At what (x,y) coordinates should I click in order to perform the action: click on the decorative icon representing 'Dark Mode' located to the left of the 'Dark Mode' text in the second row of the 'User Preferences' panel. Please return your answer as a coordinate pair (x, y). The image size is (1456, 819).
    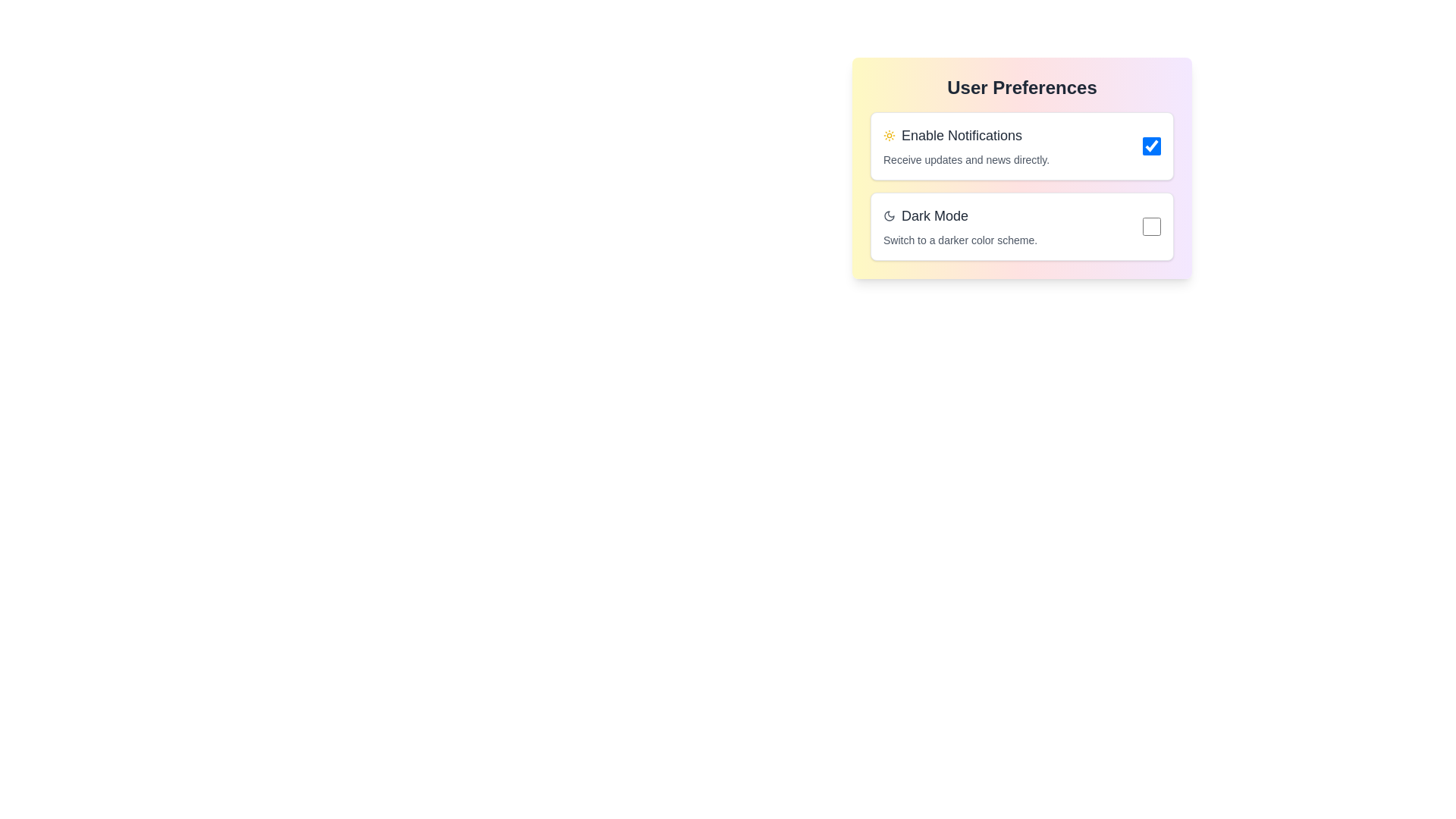
    Looking at the image, I should click on (889, 216).